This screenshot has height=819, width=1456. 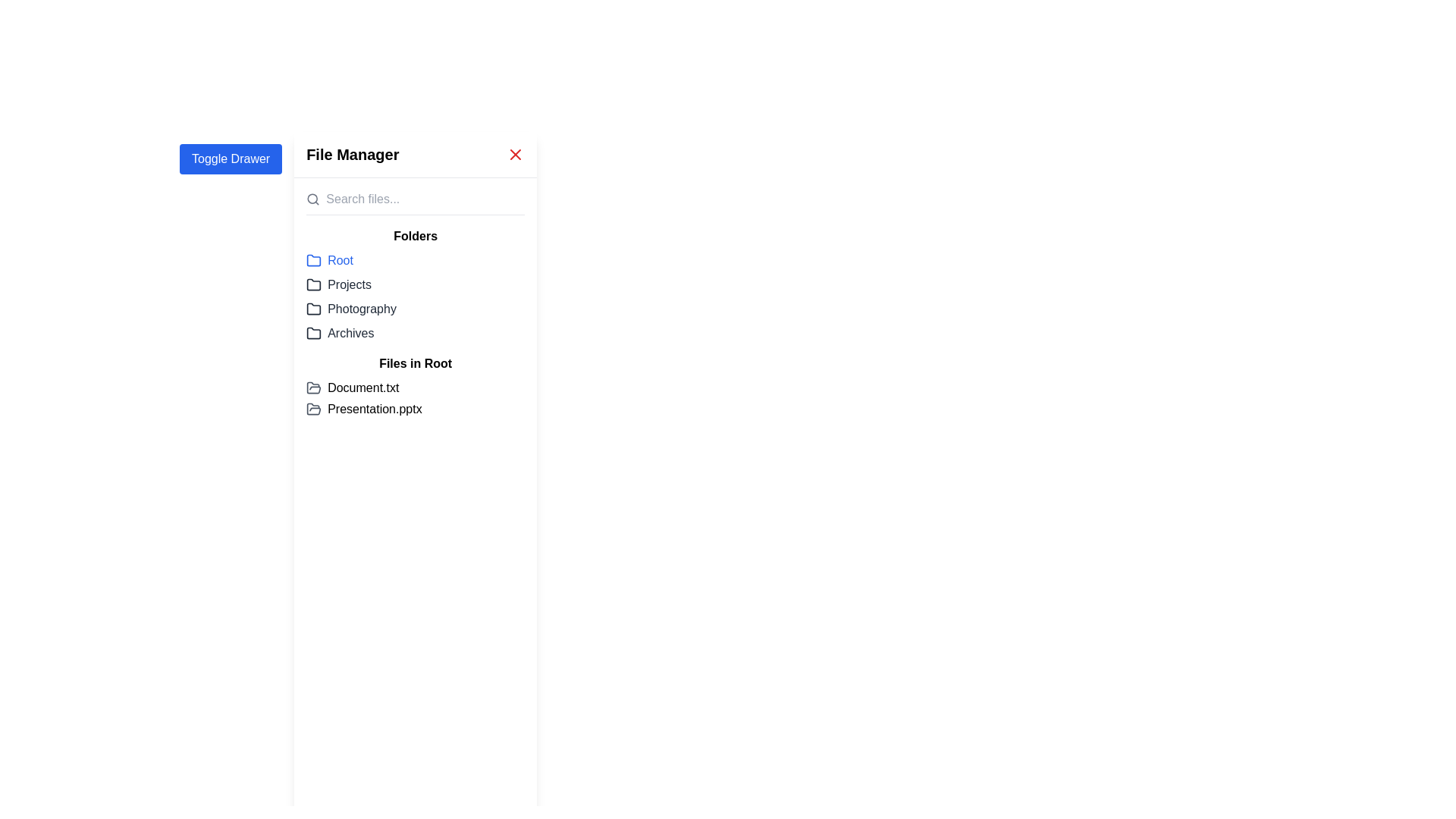 I want to click on the 'Archives' Folder button located, so click(x=339, y=332).